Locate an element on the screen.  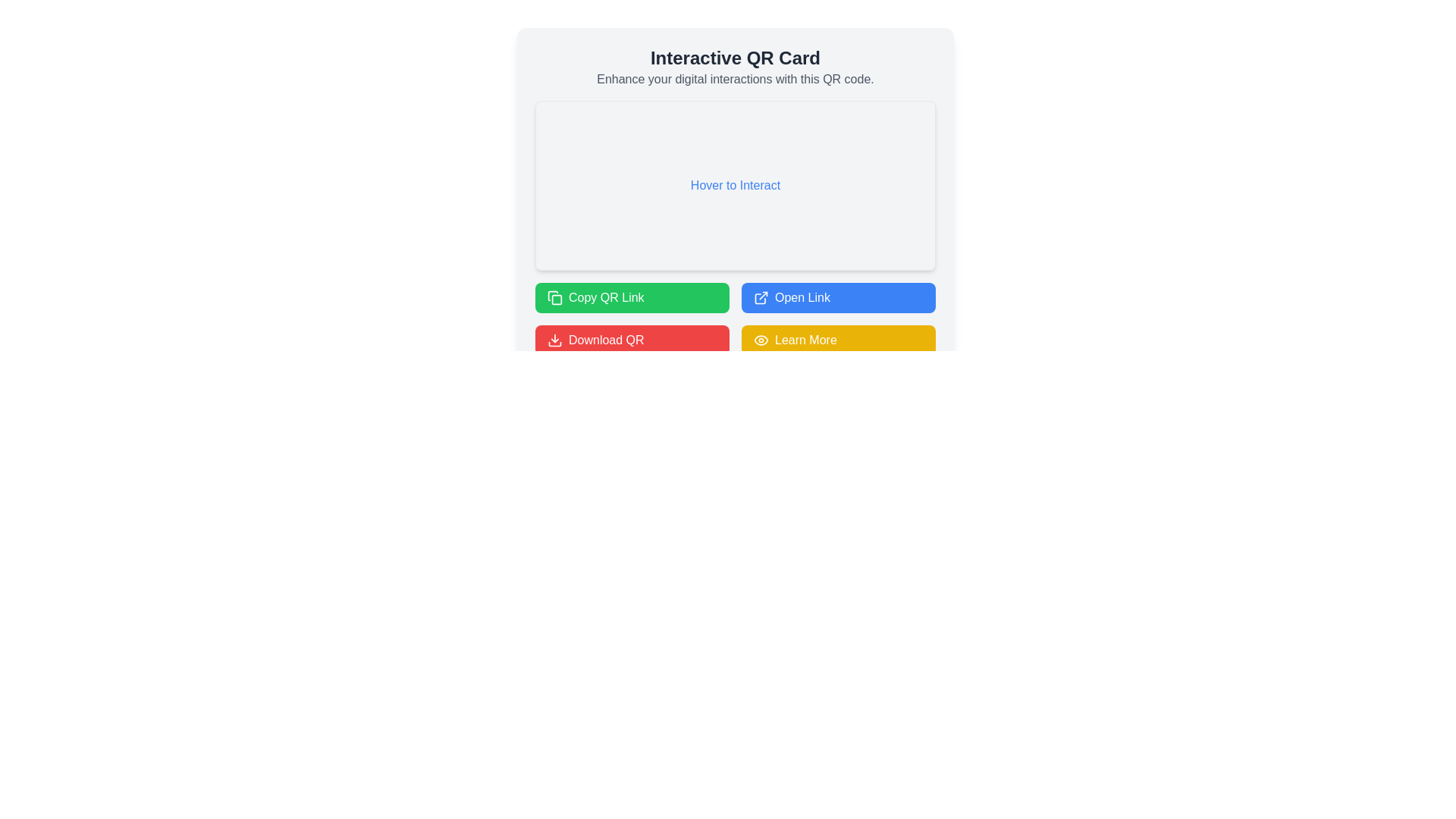
the green button containing the copy QR link icon, which is located at the far-left side of the button labeled 'Copy QR Link' is located at coordinates (554, 298).